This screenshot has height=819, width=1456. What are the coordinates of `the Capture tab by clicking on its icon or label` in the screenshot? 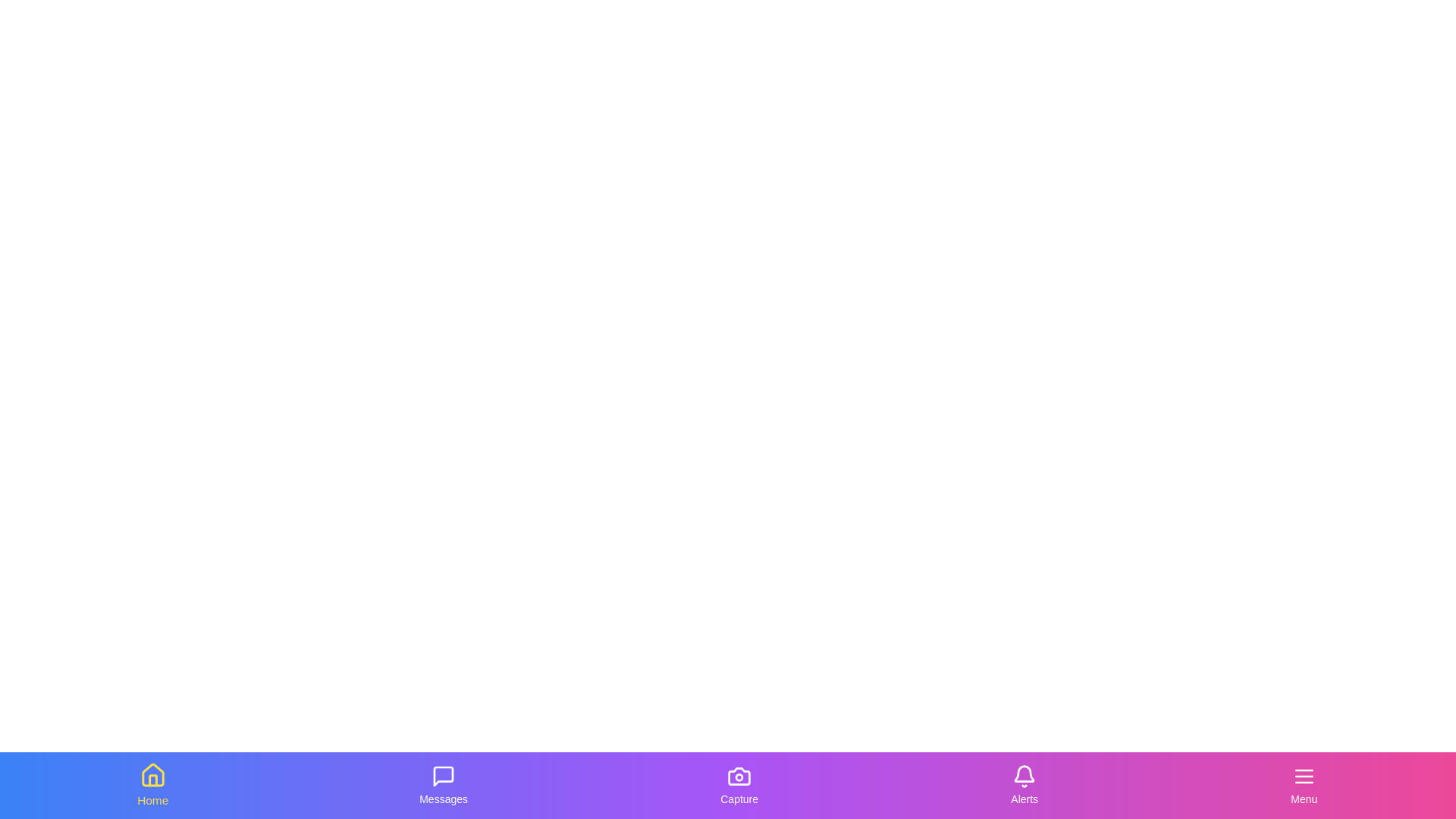 It's located at (739, 785).